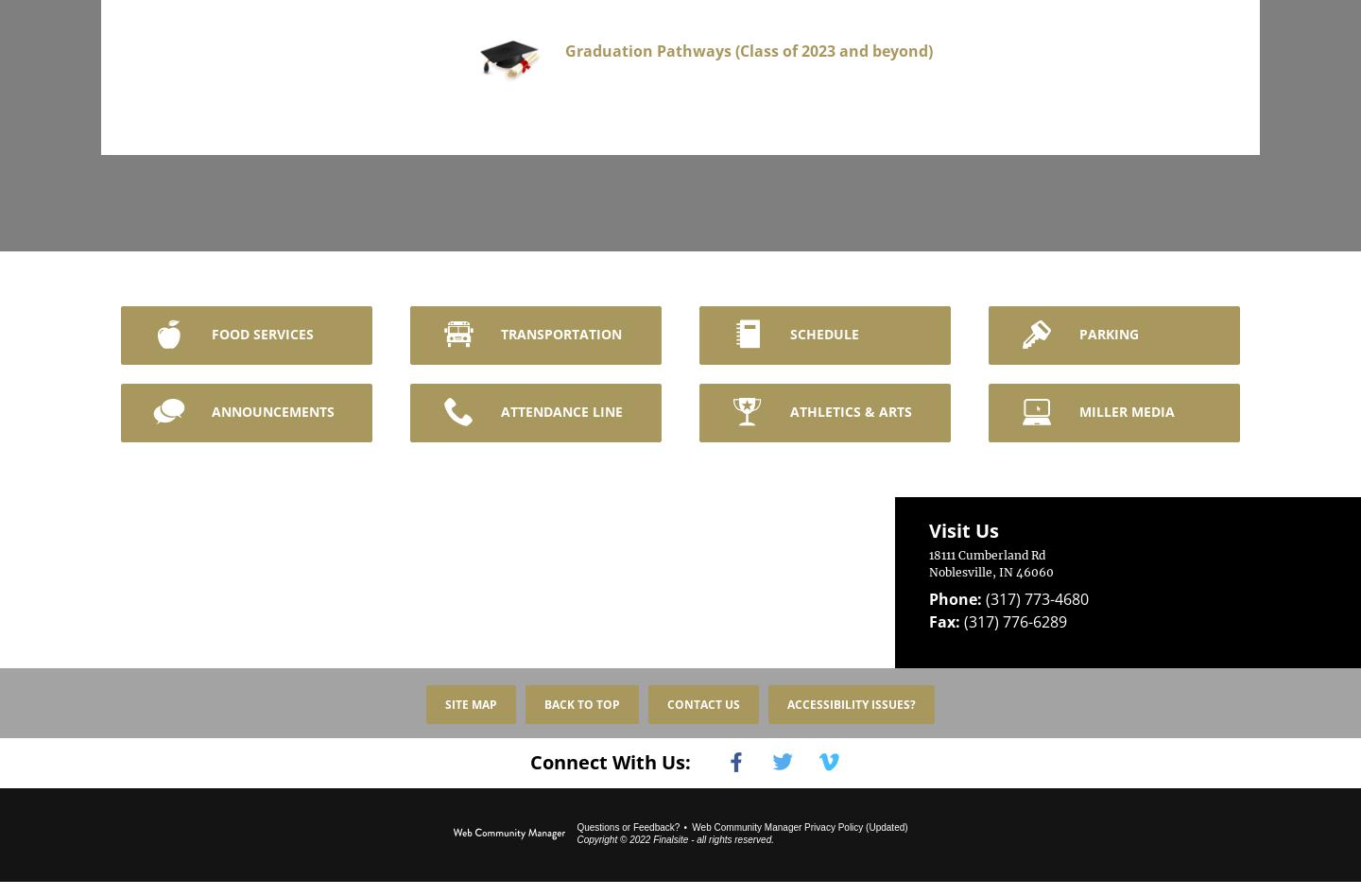  What do you see at coordinates (942, 609) in the screenshot?
I see `'Fax:'` at bounding box center [942, 609].